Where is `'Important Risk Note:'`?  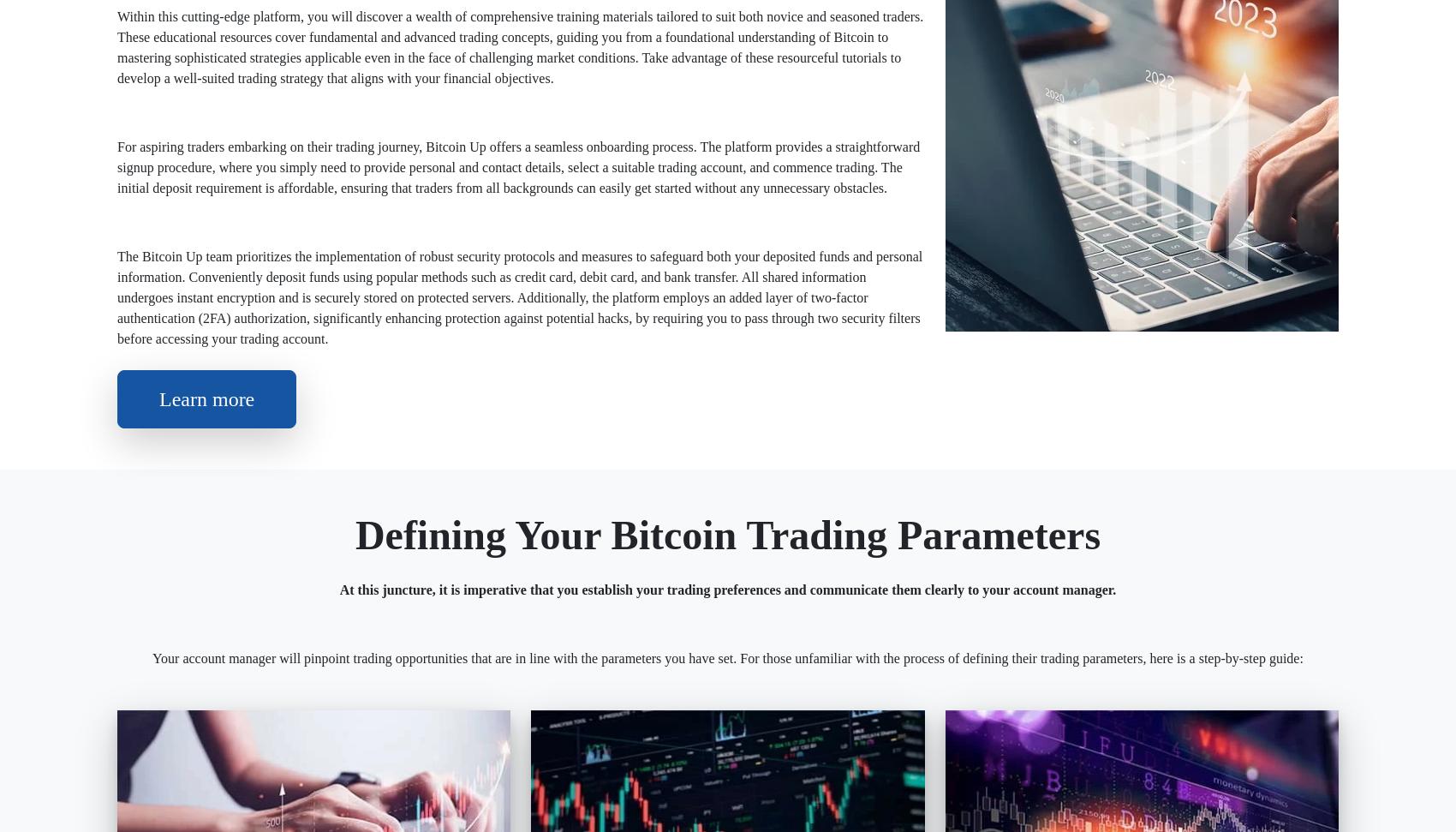 'Important Risk Note:' is located at coordinates (179, 560).